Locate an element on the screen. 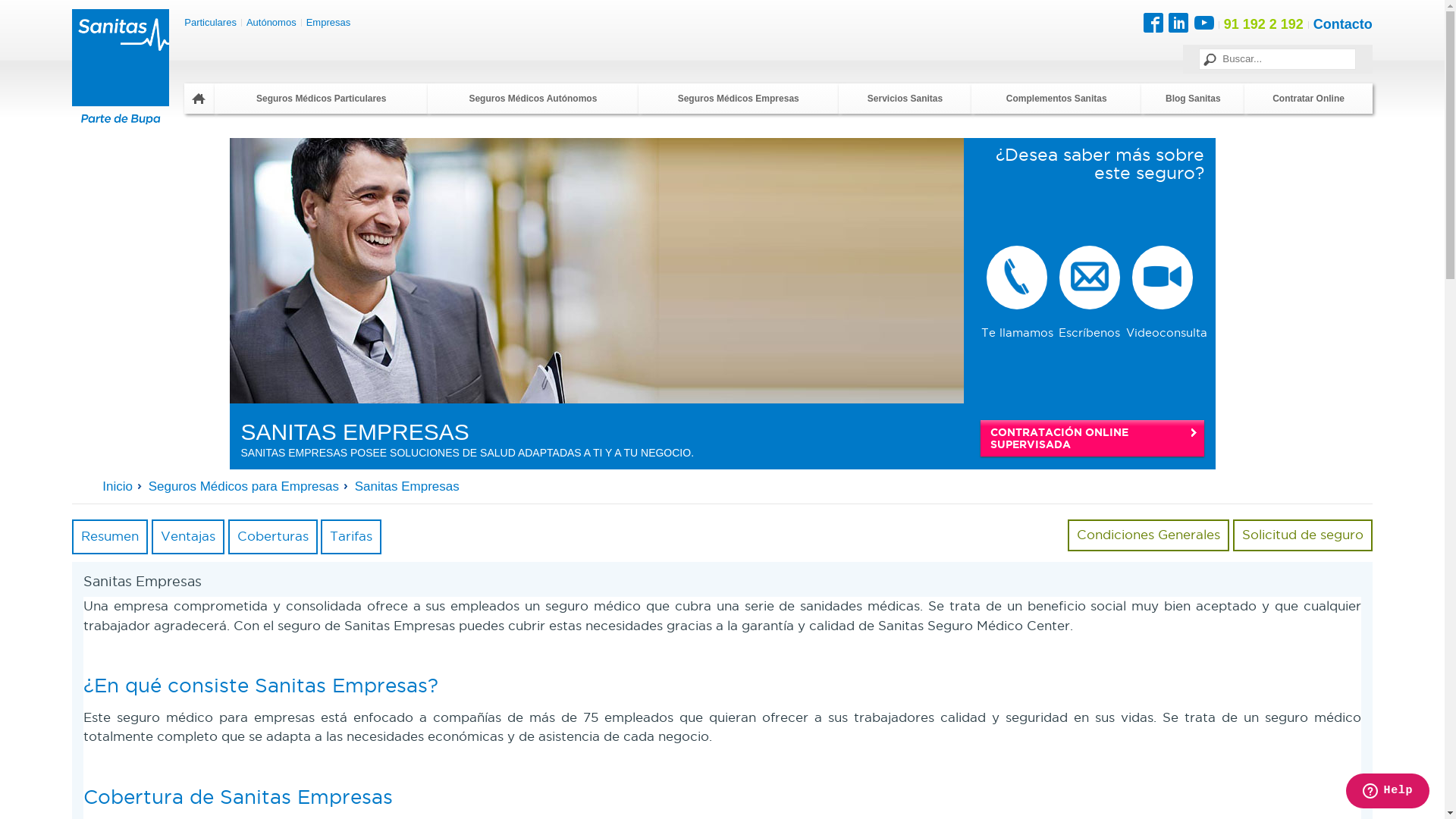  'Solicitud de seguro' is located at coordinates (1302, 534).